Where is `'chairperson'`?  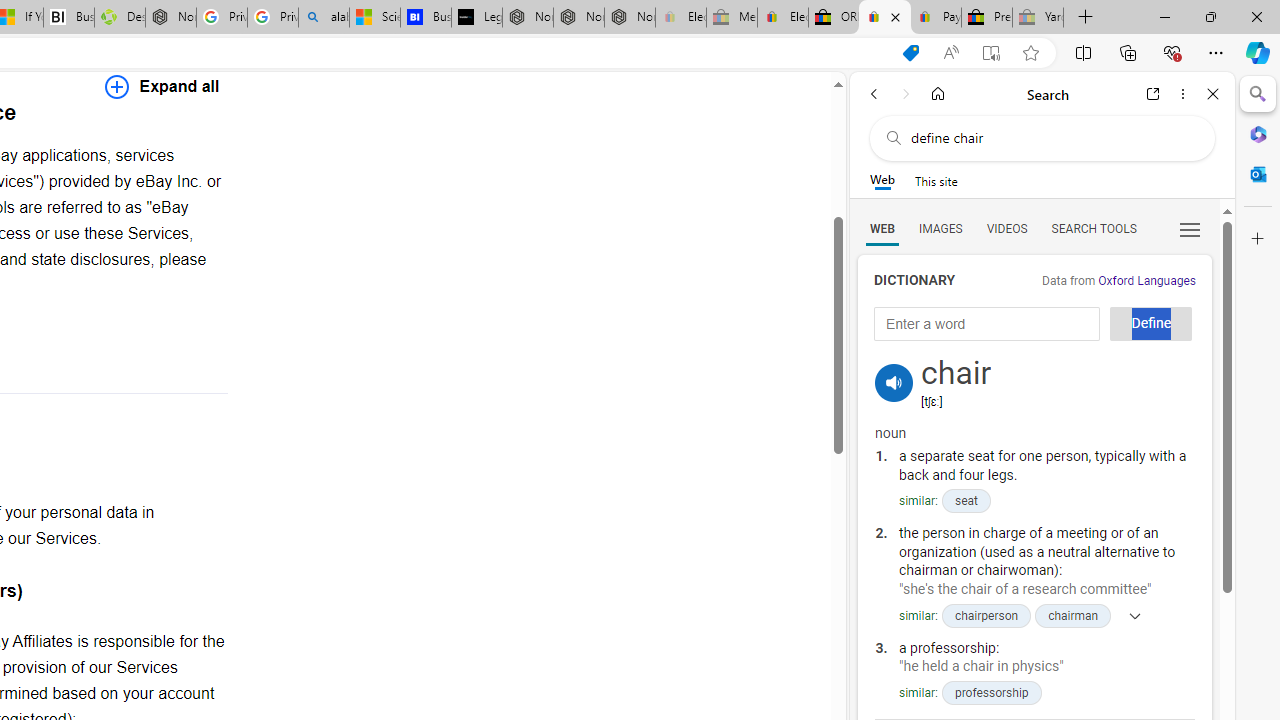 'chairperson' is located at coordinates (986, 614).